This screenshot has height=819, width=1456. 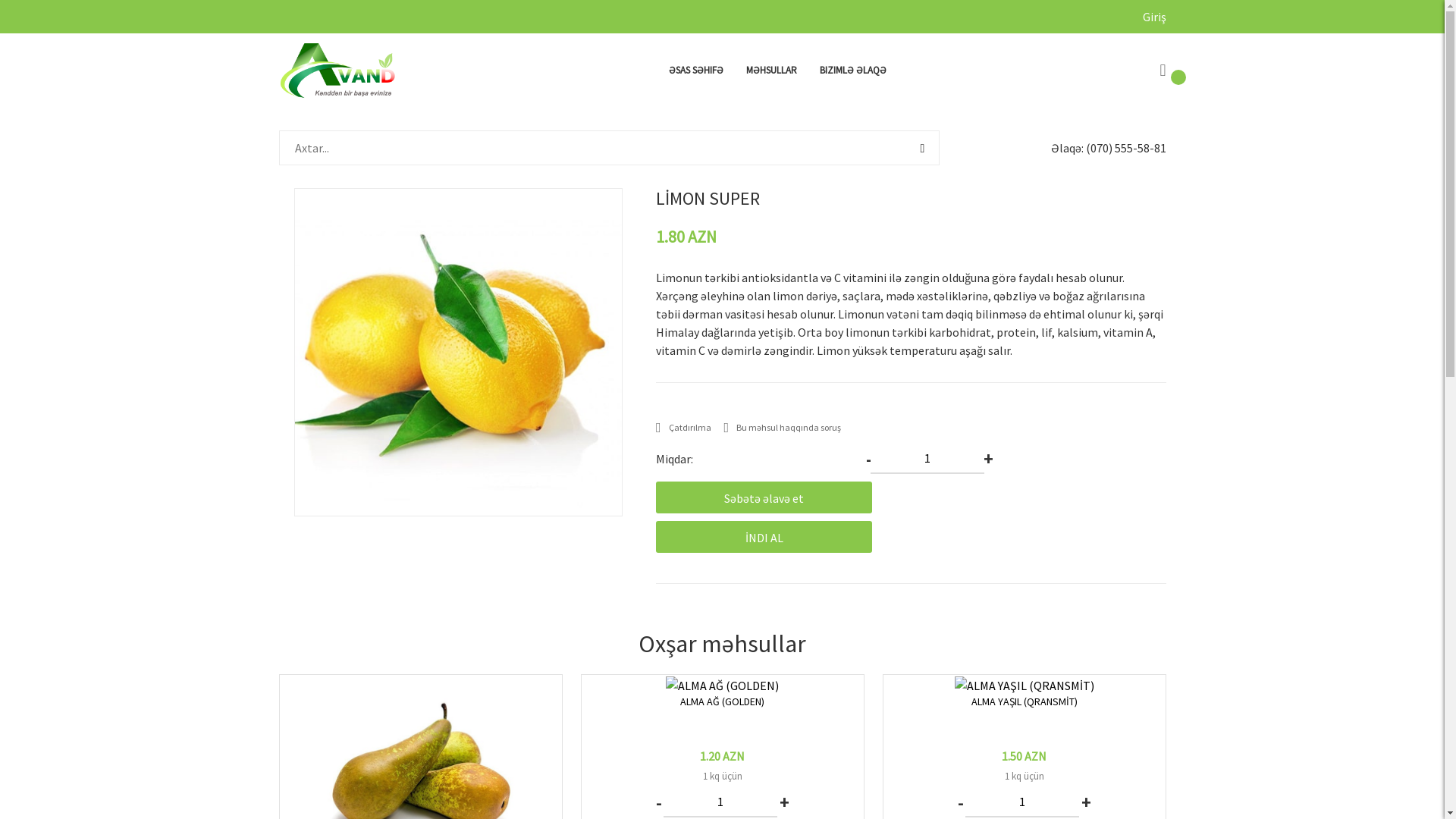 I want to click on '+', so click(x=987, y=459).